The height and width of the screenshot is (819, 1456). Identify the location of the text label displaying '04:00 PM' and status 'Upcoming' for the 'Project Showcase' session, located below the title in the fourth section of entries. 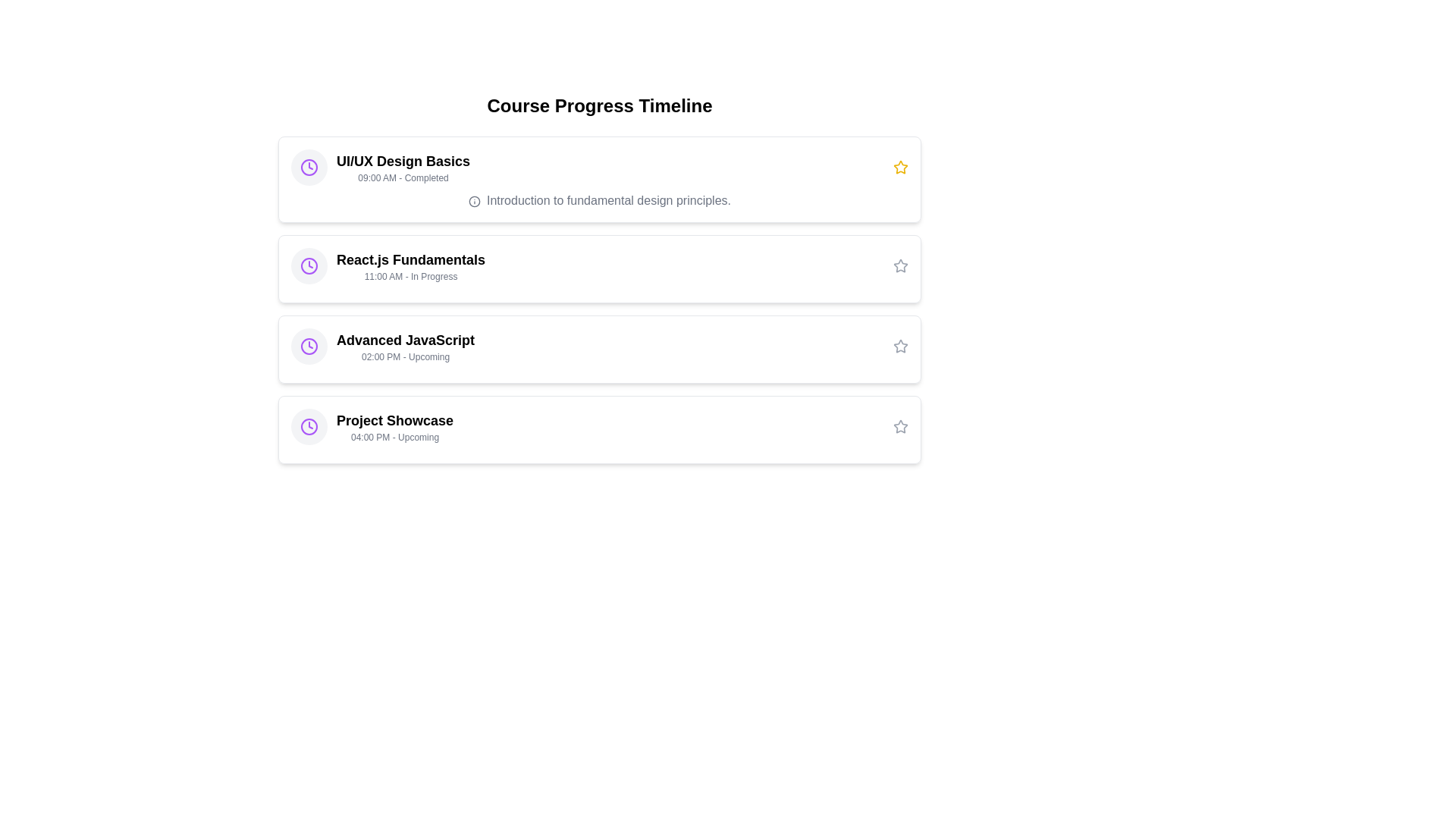
(395, 438).